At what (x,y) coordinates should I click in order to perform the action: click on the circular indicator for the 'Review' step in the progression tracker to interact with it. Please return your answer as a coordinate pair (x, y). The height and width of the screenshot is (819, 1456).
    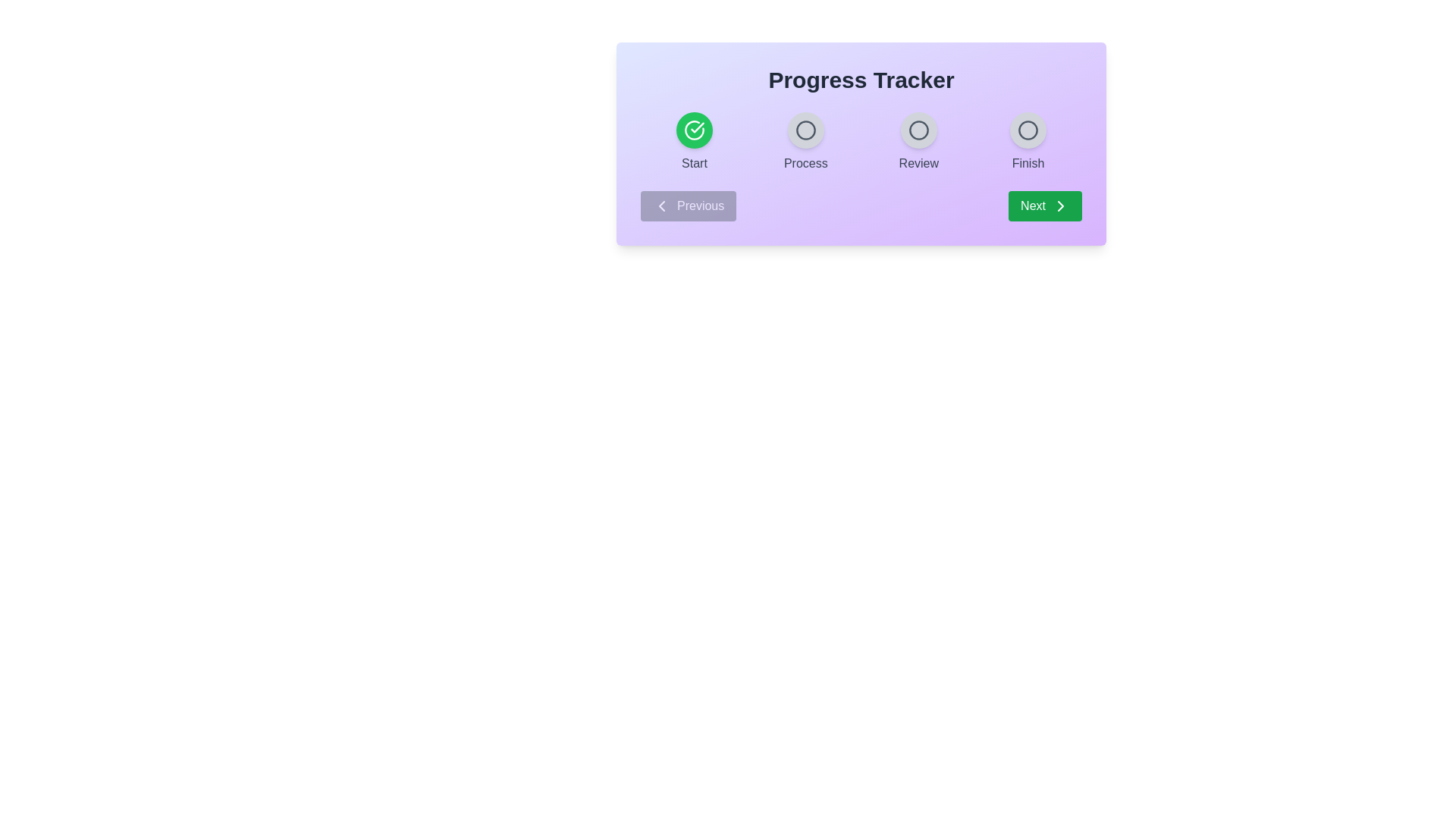
    Looking at the image, I should click on (918, 130).